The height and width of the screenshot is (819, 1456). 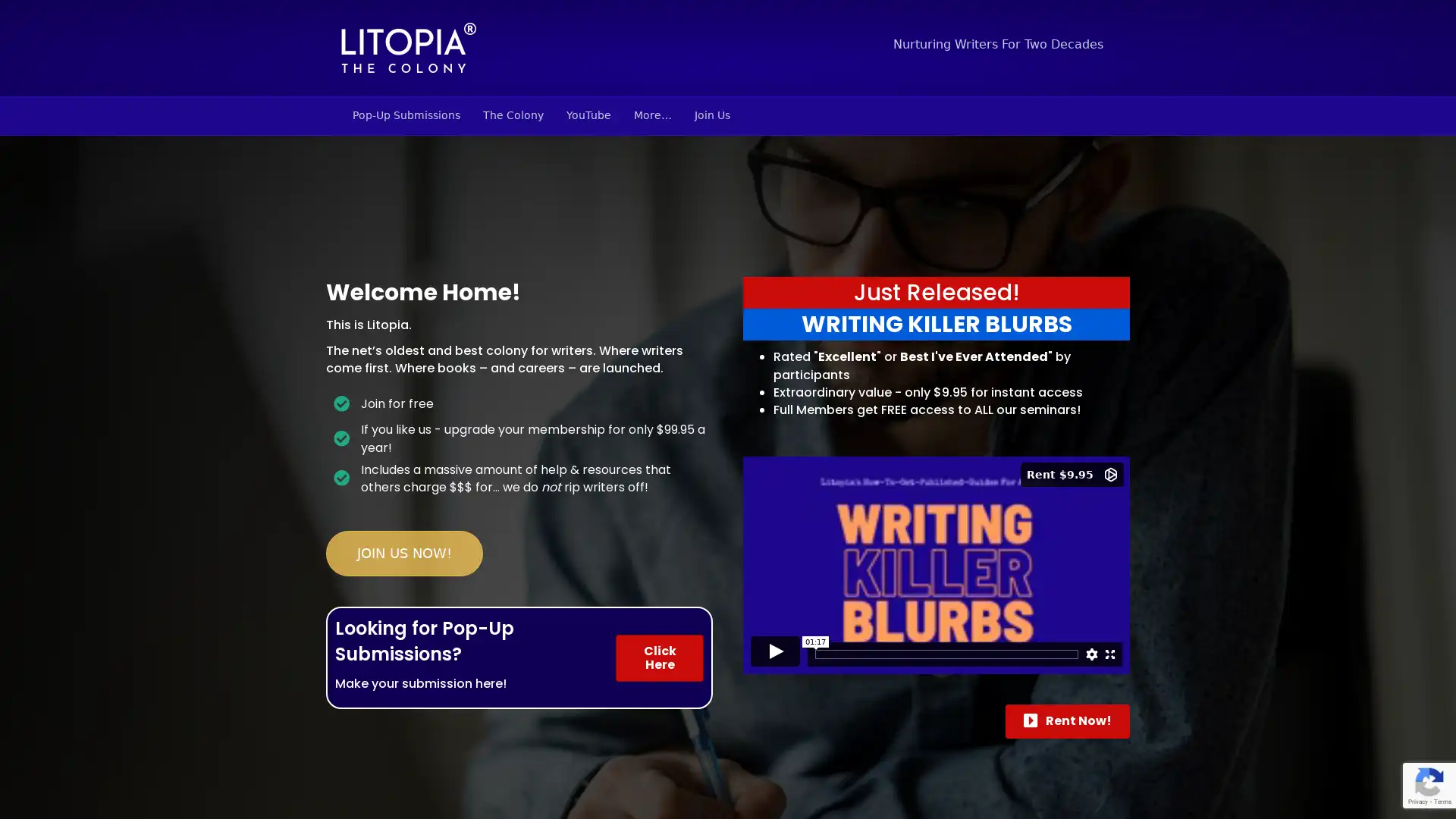 I want to click on Click Here, so click(x=659, y=657).